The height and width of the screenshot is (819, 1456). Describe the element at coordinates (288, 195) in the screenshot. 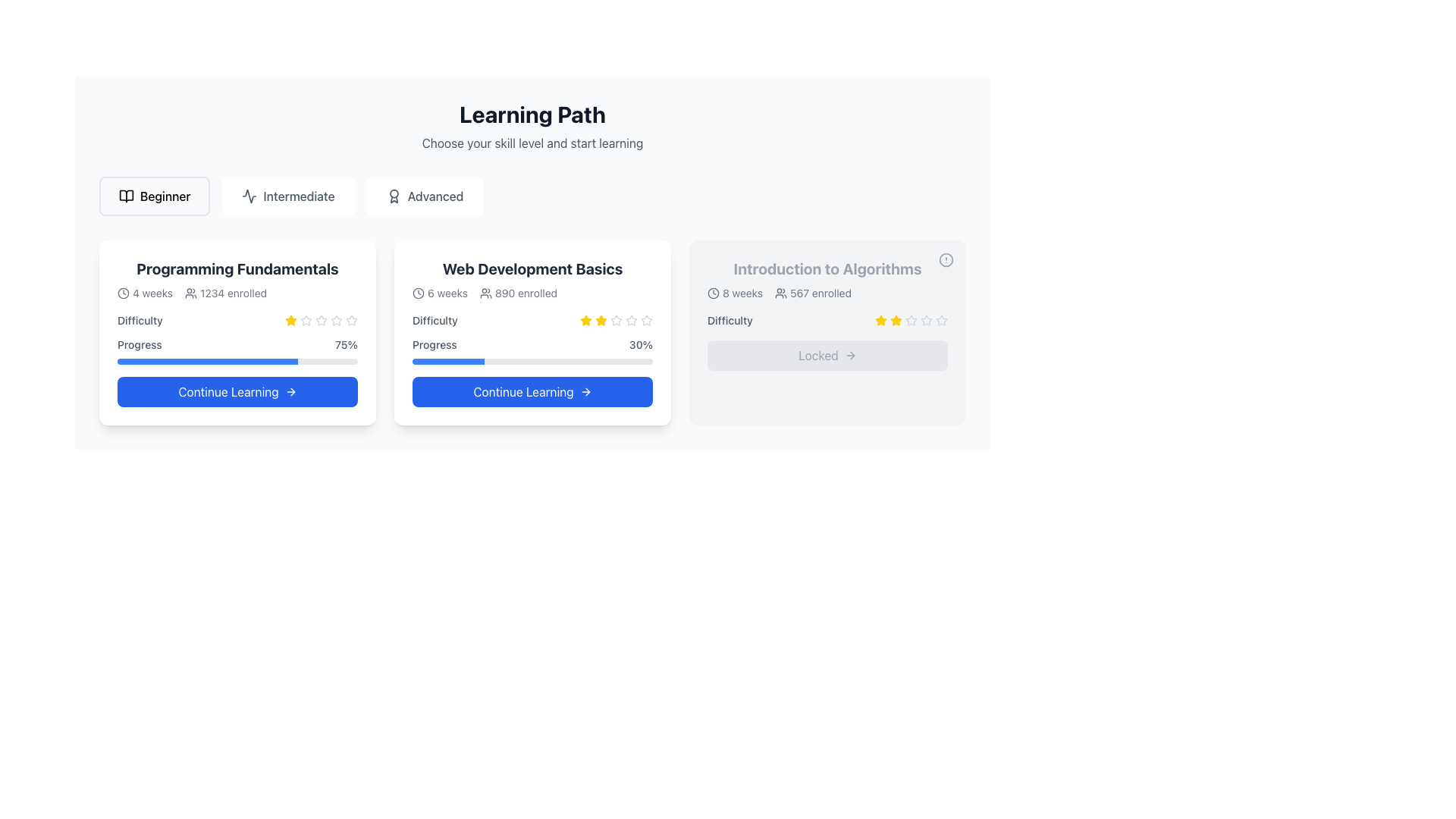

I see `the 'Intermediate' button in the skill level selection group` at that location.